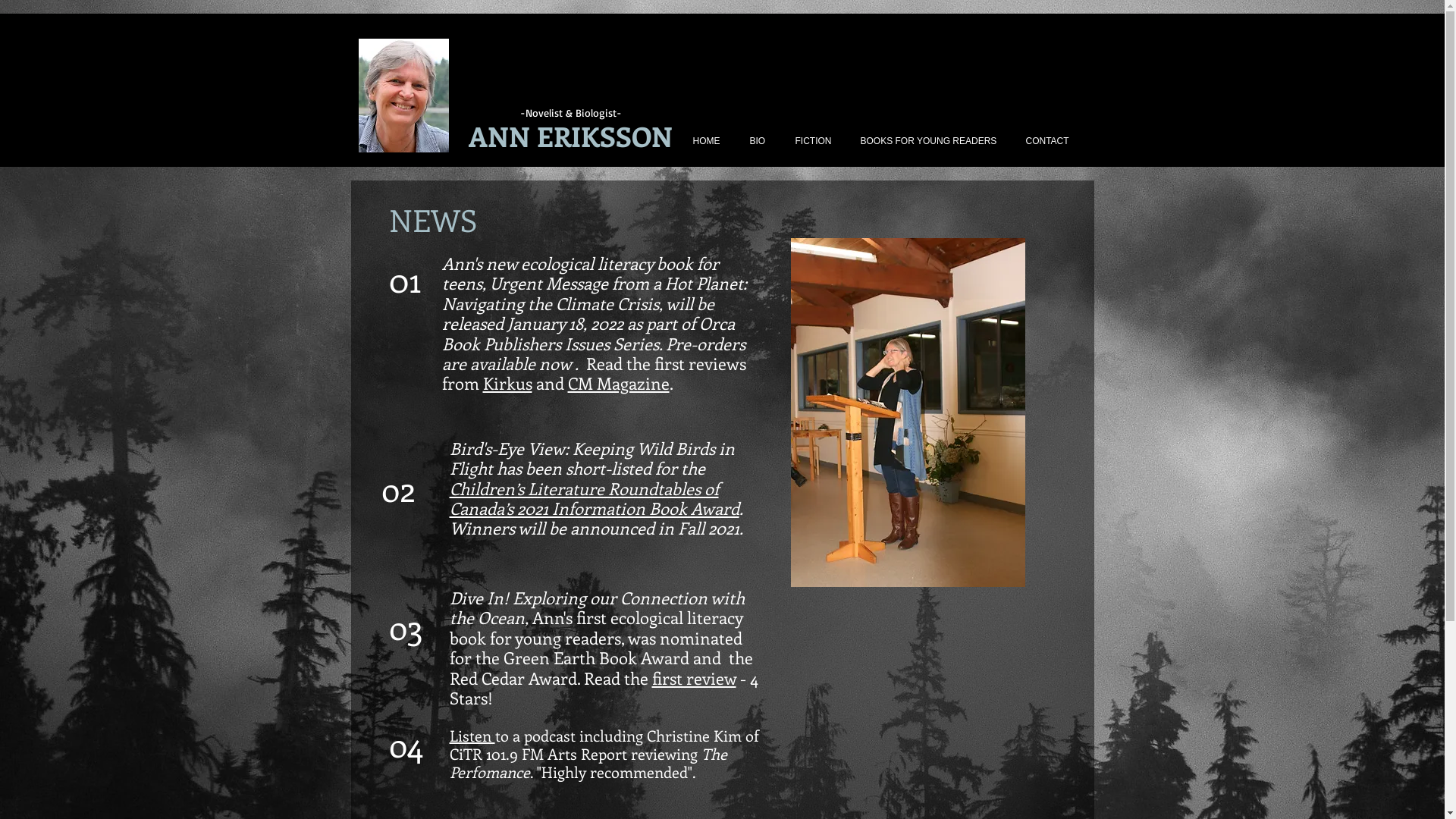 The height and width of the screenshot is (819, 1456). What do you see at coordinates (566, 382) in the screenshot?
I see `'CM Magazine'` at bounding box center [566, 382].